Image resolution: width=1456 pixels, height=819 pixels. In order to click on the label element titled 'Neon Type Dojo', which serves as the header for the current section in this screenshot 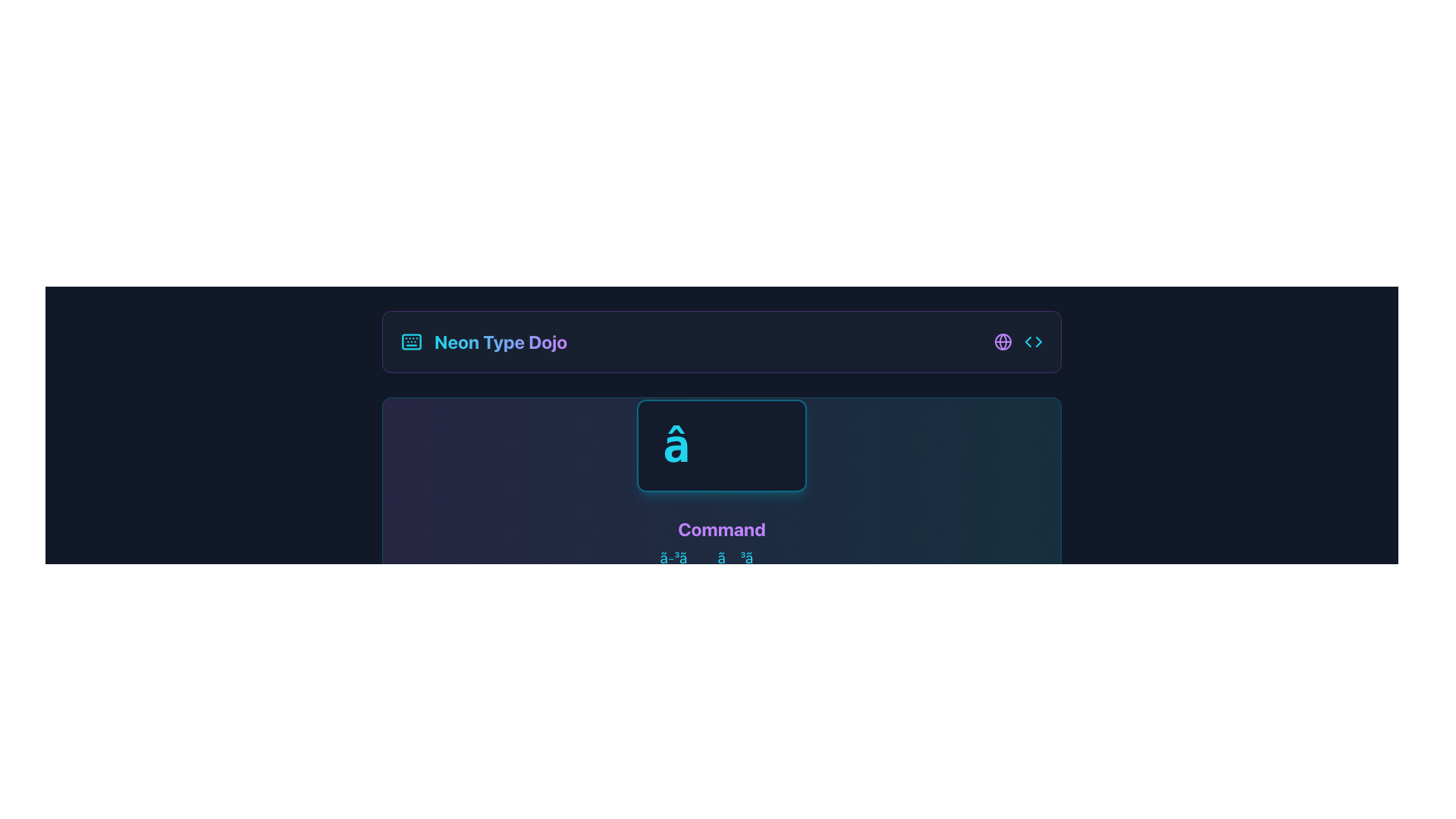, I will do `click(483, 342)`.